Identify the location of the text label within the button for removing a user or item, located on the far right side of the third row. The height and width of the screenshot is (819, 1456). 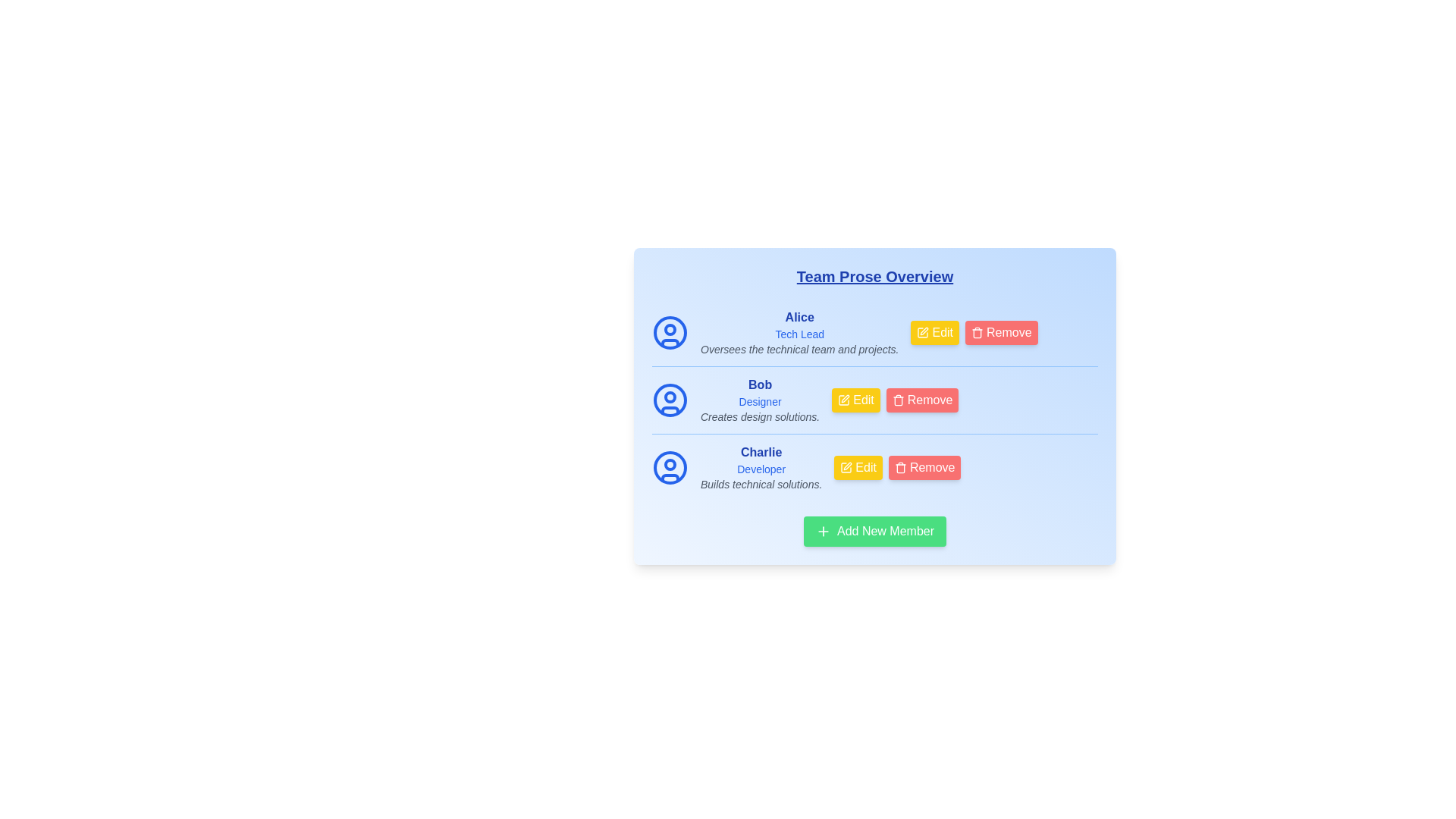
(930, 467).